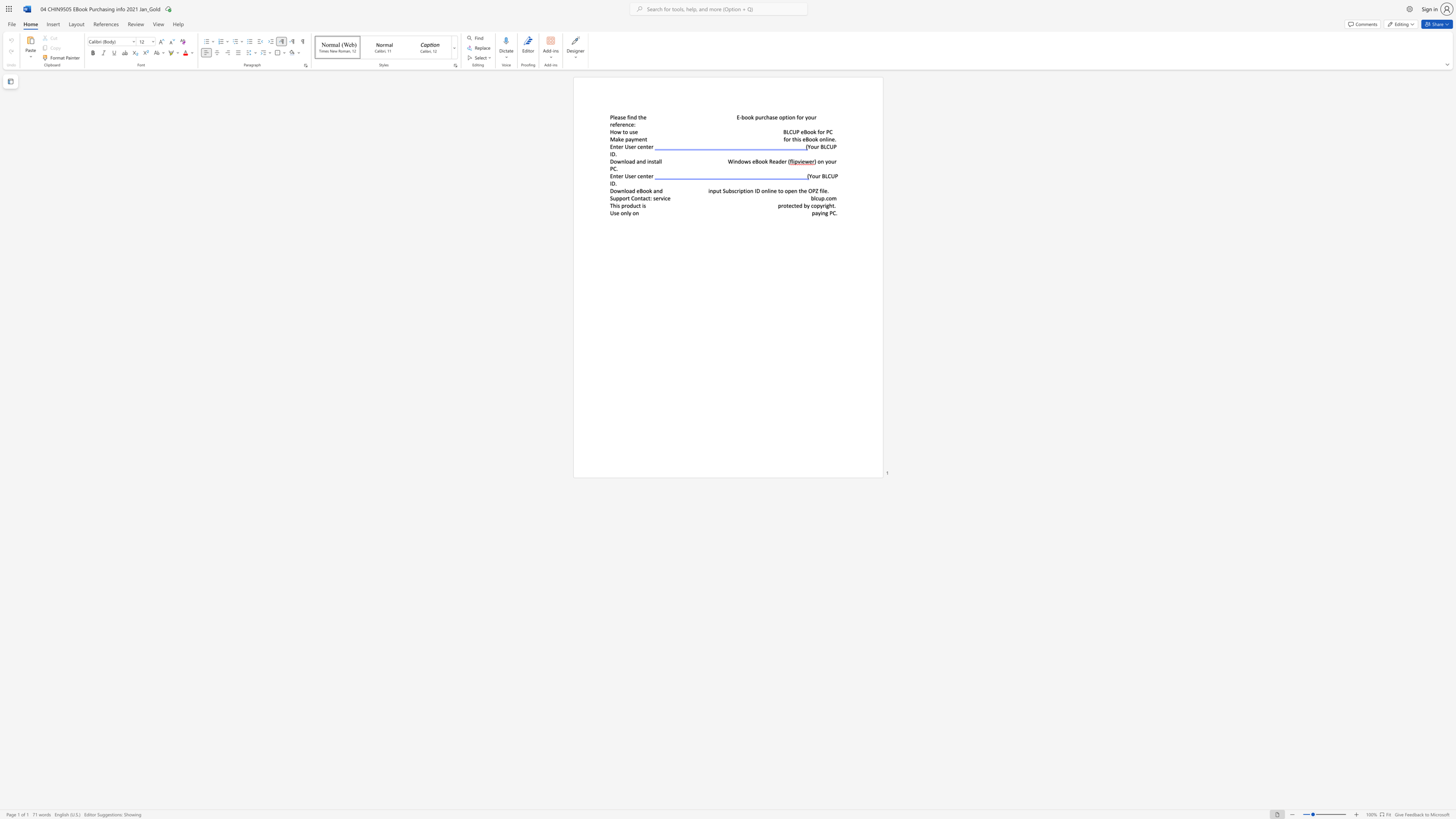  I want to click on the 1th character "H" in the text, so click(611, 132).